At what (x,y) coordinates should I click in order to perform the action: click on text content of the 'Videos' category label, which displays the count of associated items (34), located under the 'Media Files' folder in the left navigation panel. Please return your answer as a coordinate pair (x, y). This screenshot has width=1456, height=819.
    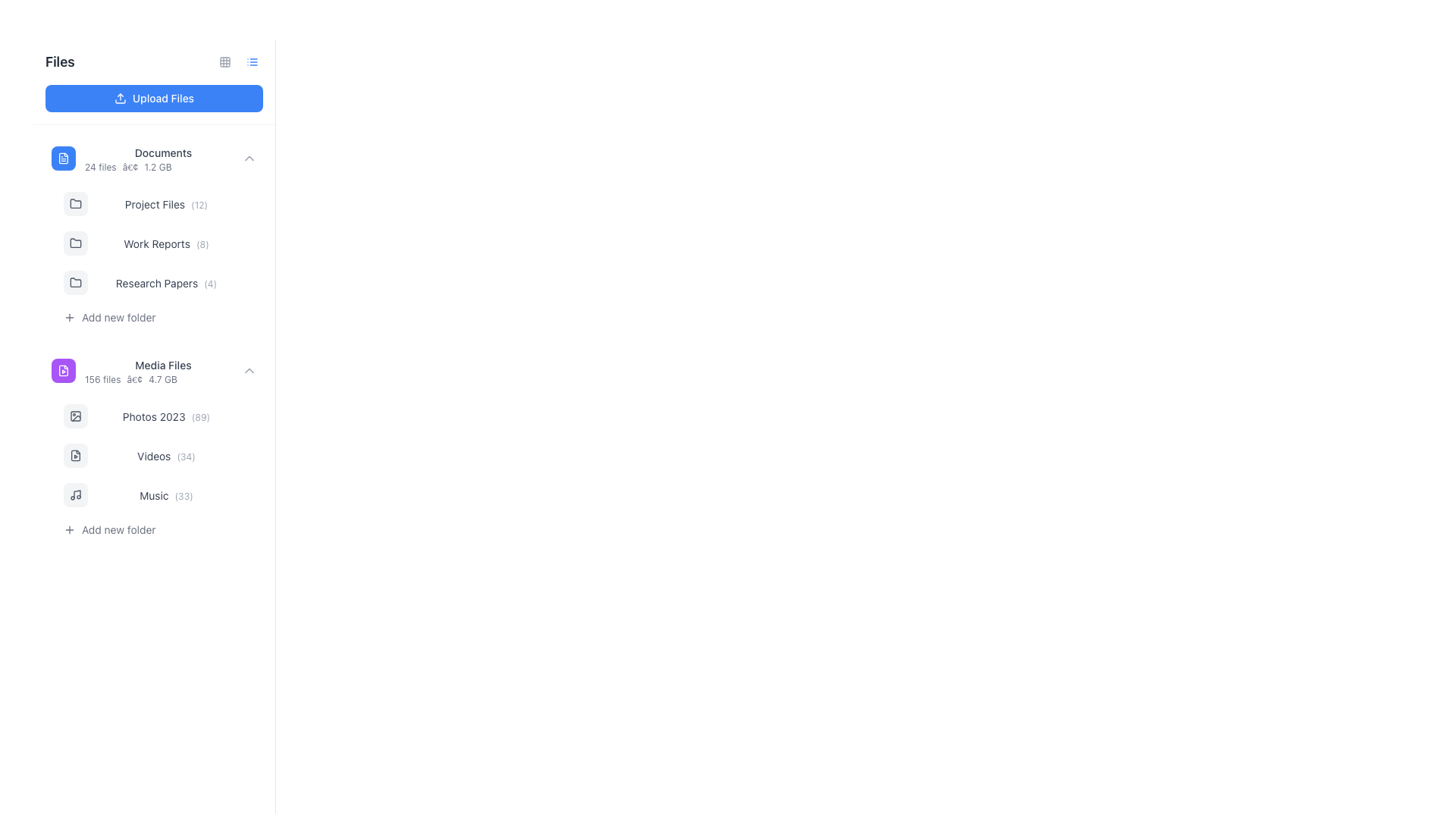
    Looking at the image, I should click on (166, 455).